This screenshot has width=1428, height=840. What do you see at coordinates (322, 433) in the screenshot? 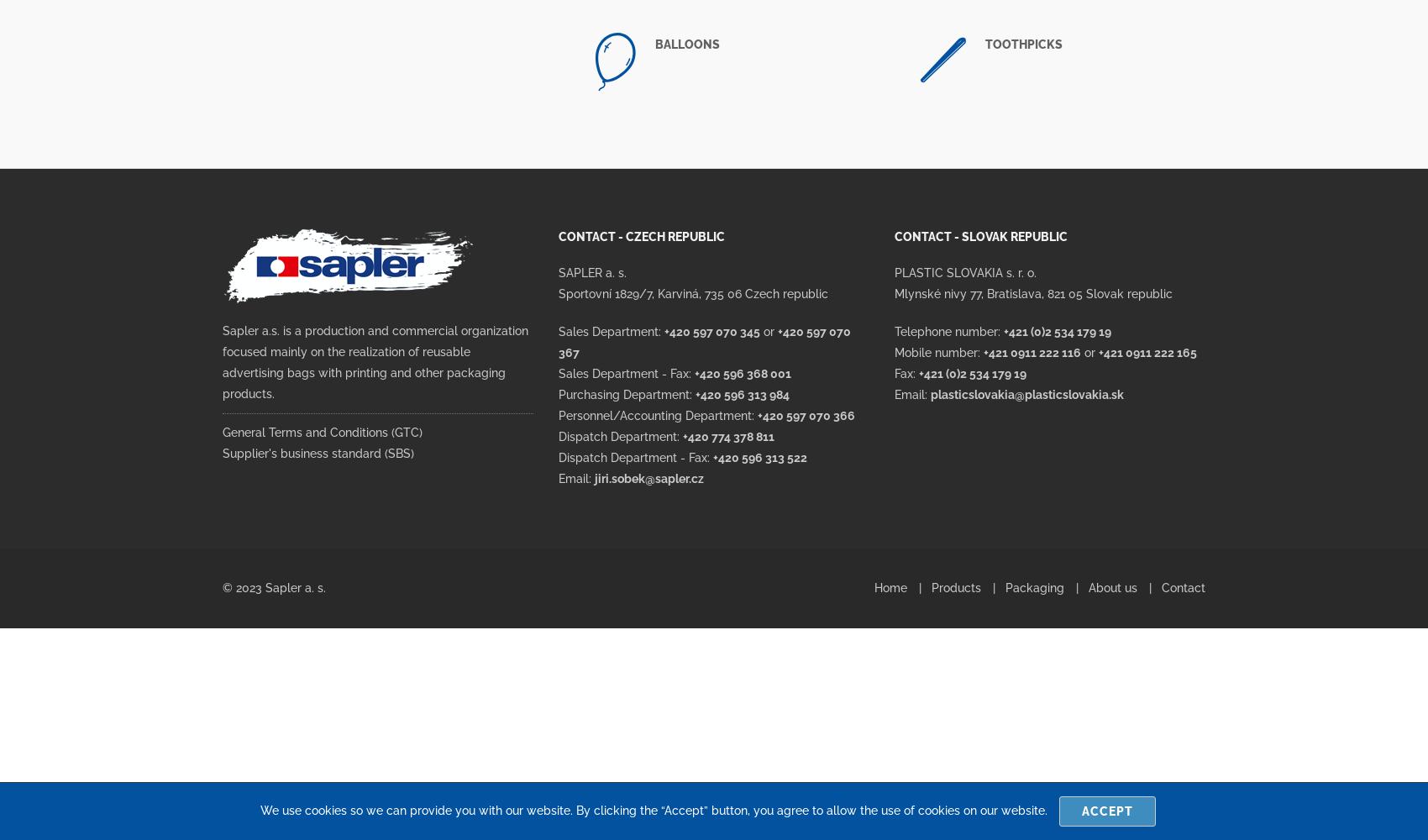
I see `'General Terms and Conditions (GTC)'` at bounding box center [322, 433].